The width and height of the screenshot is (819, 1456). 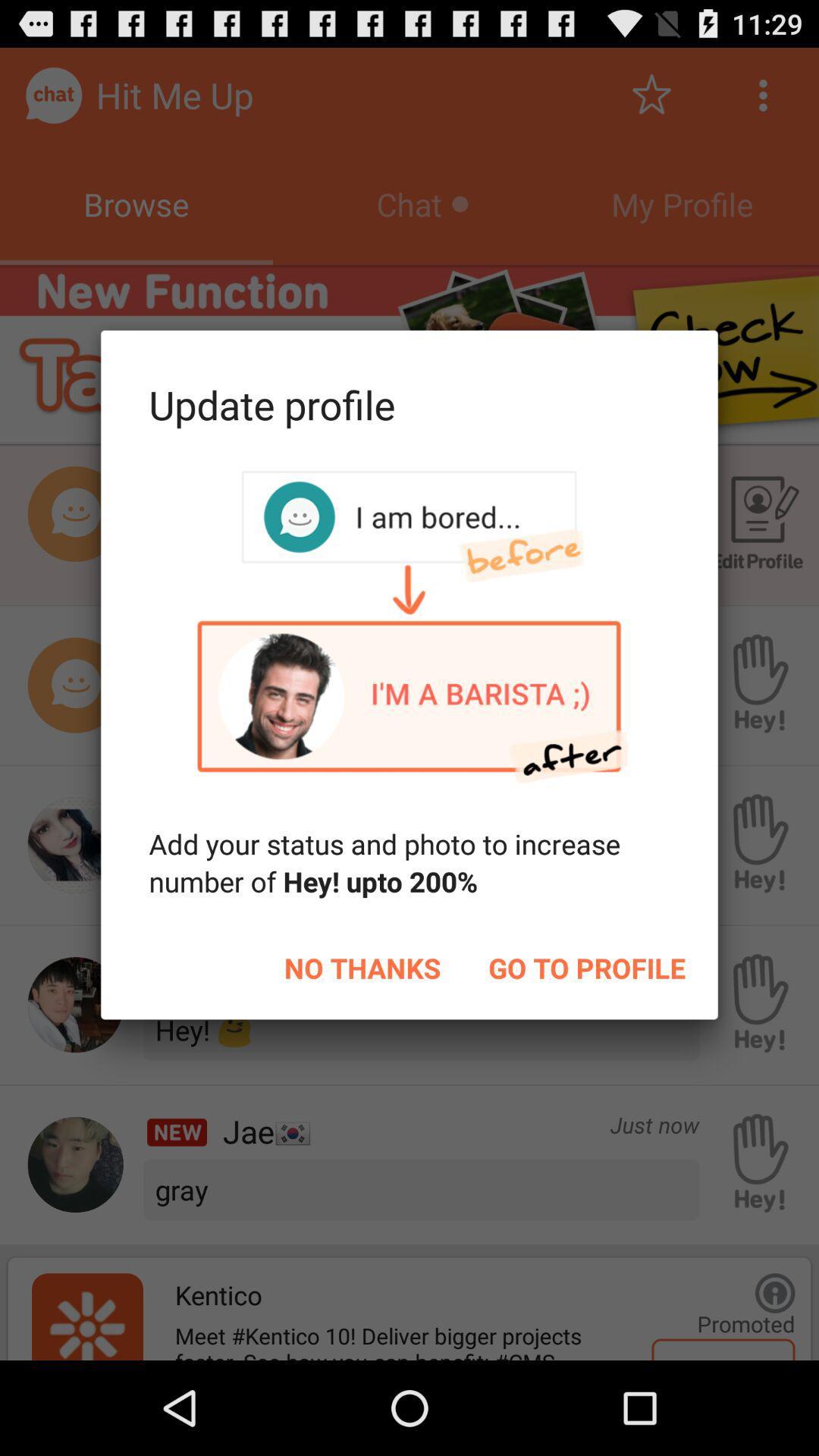 I want to click on item next to the no thanks icon, so click(x=586, y=967).